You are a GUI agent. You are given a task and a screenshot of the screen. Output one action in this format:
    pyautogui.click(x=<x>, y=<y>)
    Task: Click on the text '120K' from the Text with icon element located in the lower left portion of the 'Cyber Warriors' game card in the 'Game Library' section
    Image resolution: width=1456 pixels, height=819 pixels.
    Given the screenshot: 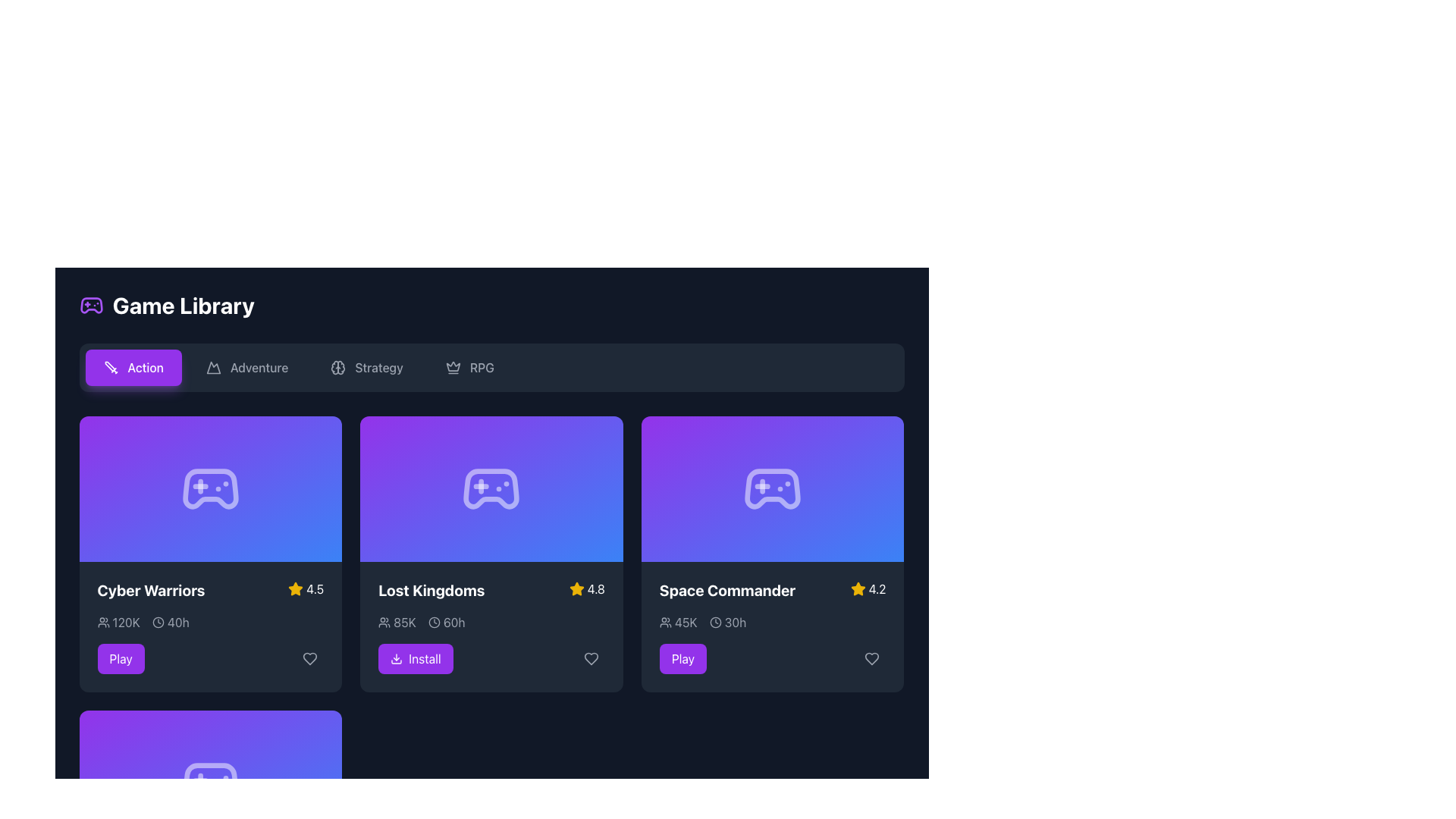 What is the action you would take?
    pyautogui.click(x=118, y=623)
    